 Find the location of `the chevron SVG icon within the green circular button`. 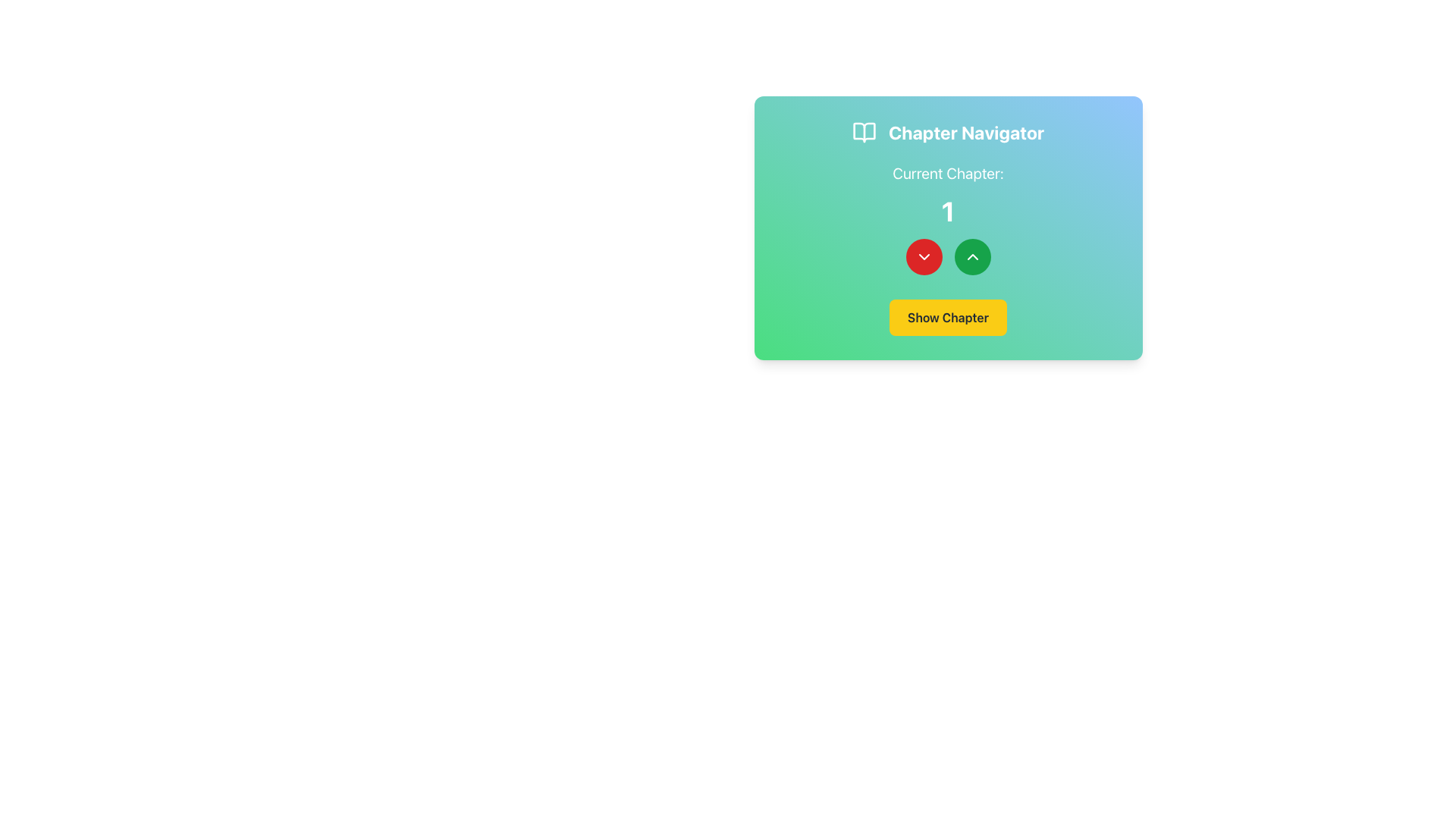

the chevron SVG icon within the green circular button is located at coordinates (972, 256).